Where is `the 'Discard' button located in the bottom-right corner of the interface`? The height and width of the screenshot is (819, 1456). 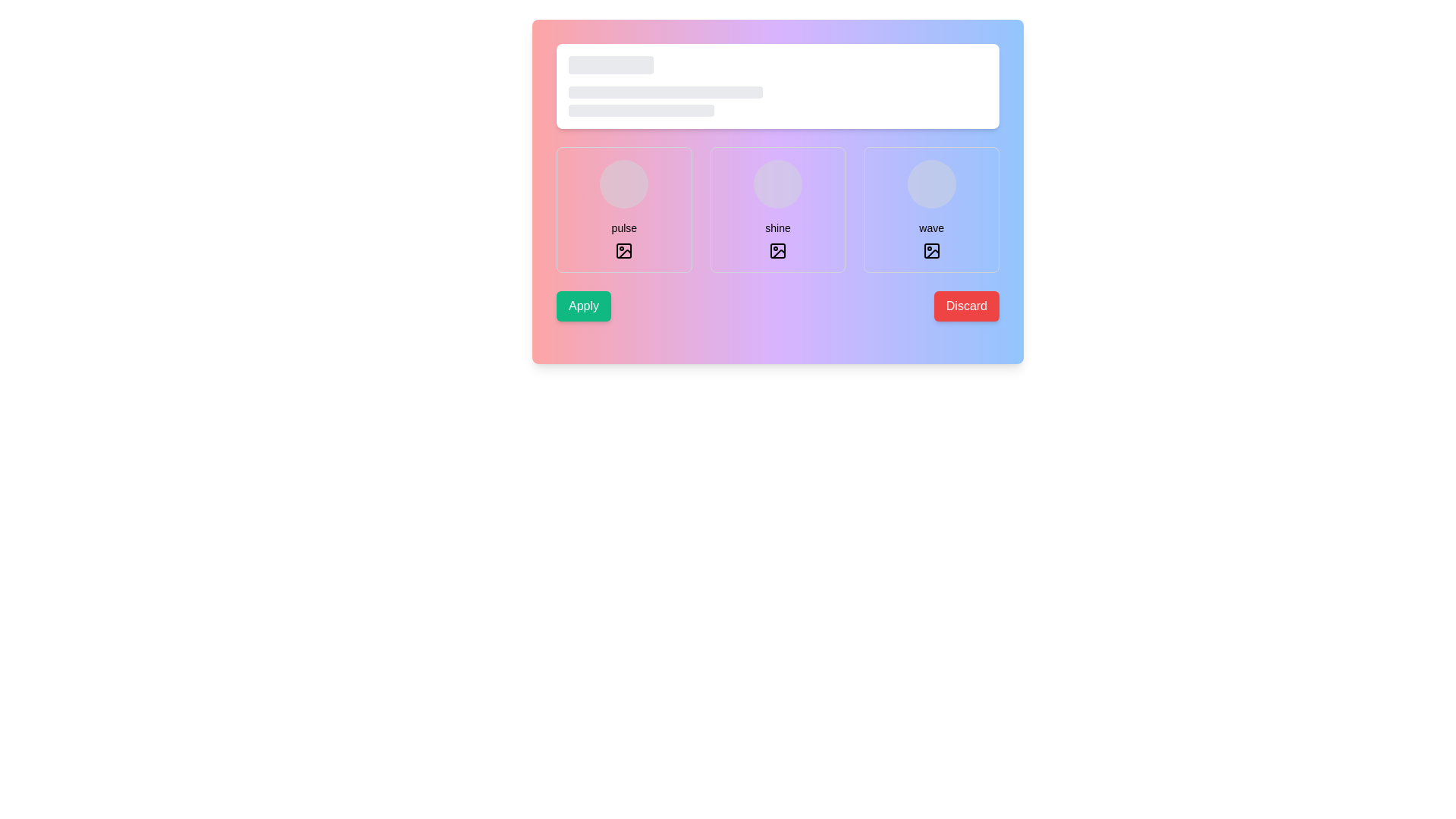 the 'Discard' button located in the bottom-right corner of the interface is located at coordinates (965, 306).